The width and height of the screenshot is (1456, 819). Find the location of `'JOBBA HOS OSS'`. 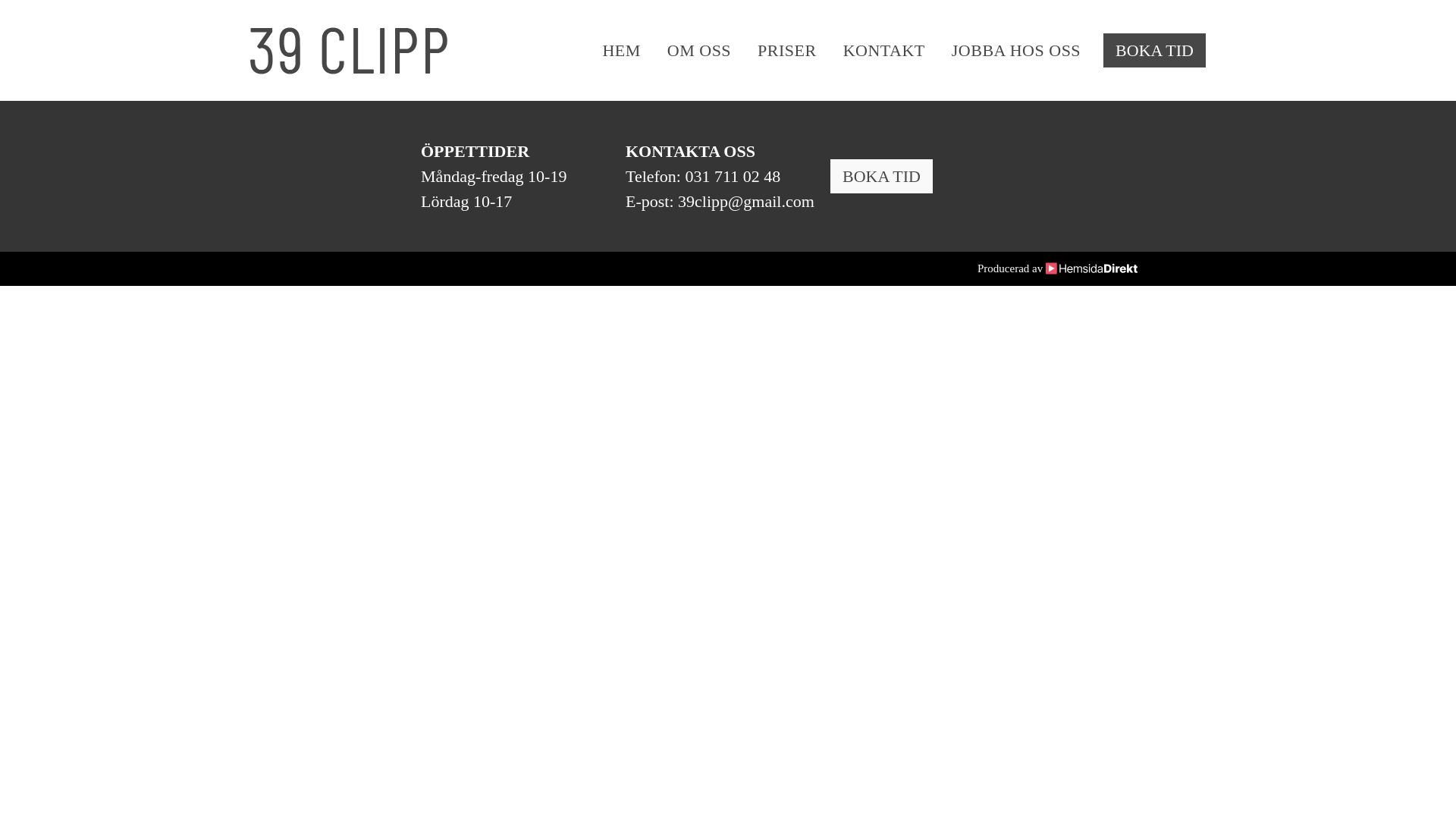

'JOBBA HOS OSS' is located at coordinates (1003, 49).